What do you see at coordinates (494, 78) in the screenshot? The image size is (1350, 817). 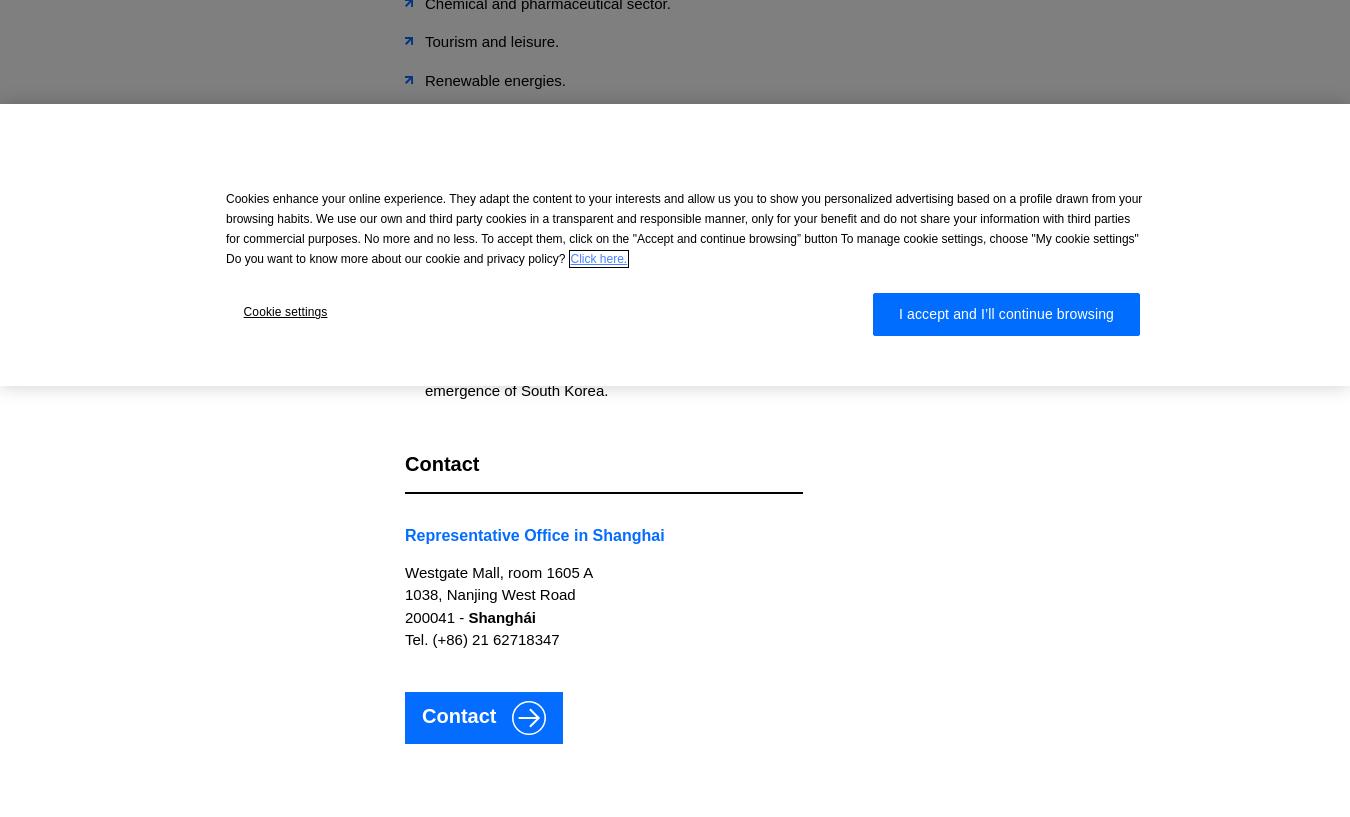 I see `'Renewable energies.'` at bounding box center [494, 78].